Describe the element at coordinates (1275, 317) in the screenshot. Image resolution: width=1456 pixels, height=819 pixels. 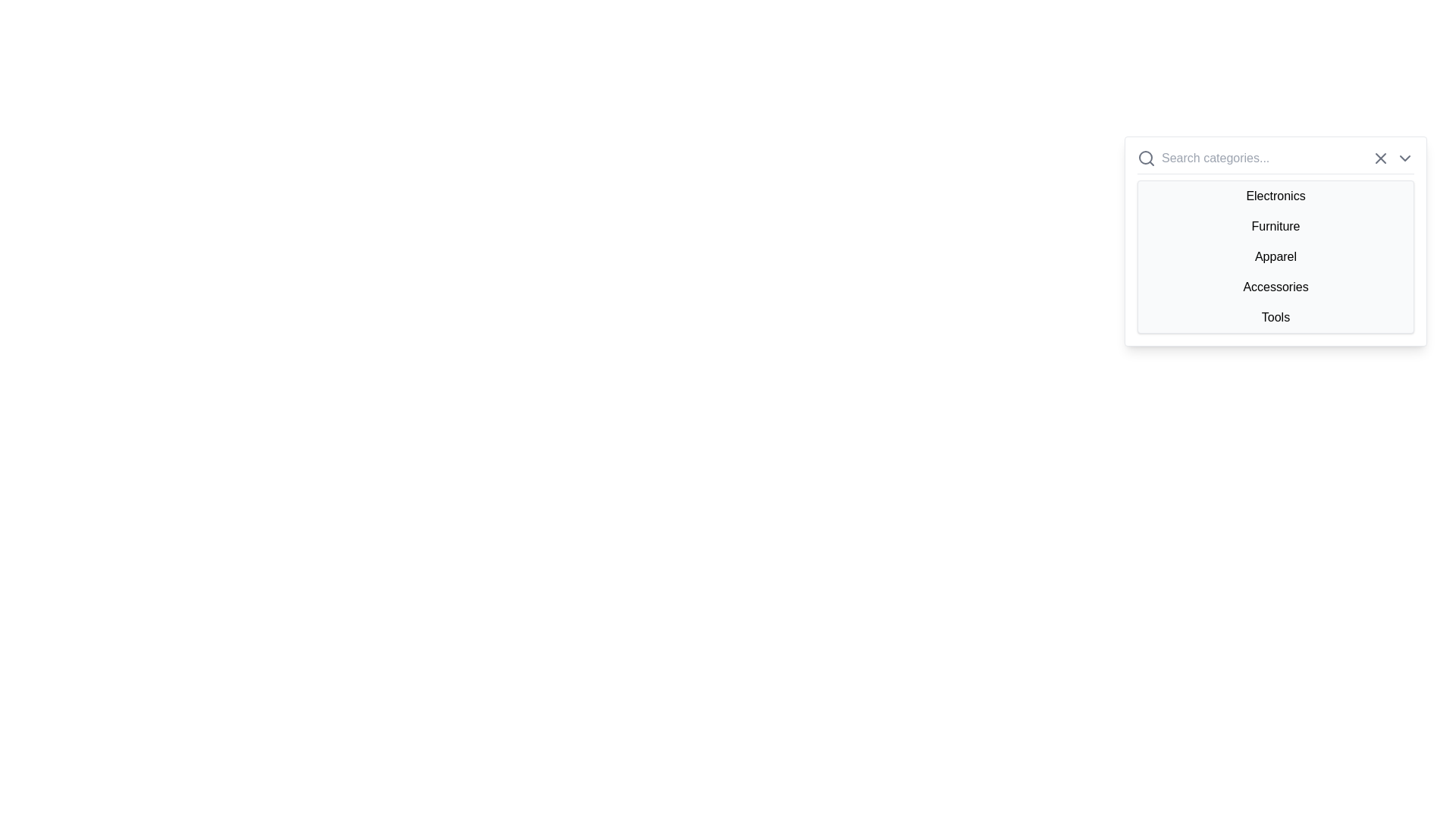
I see `the 'Tools' text label at the bottom of the dropdown menu` at that location.